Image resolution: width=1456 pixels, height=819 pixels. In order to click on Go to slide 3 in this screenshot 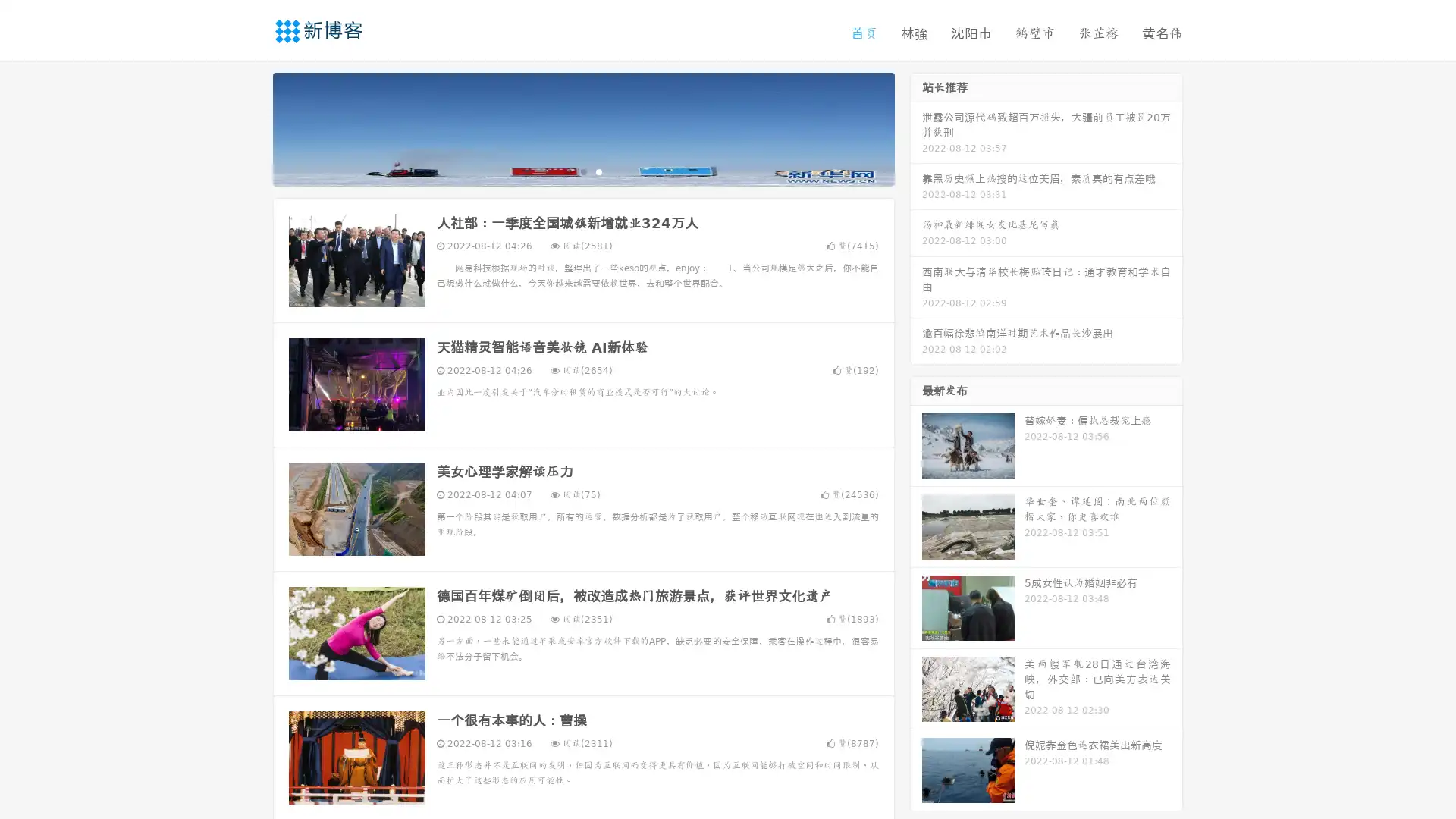, I will do `click(598, 171)`.